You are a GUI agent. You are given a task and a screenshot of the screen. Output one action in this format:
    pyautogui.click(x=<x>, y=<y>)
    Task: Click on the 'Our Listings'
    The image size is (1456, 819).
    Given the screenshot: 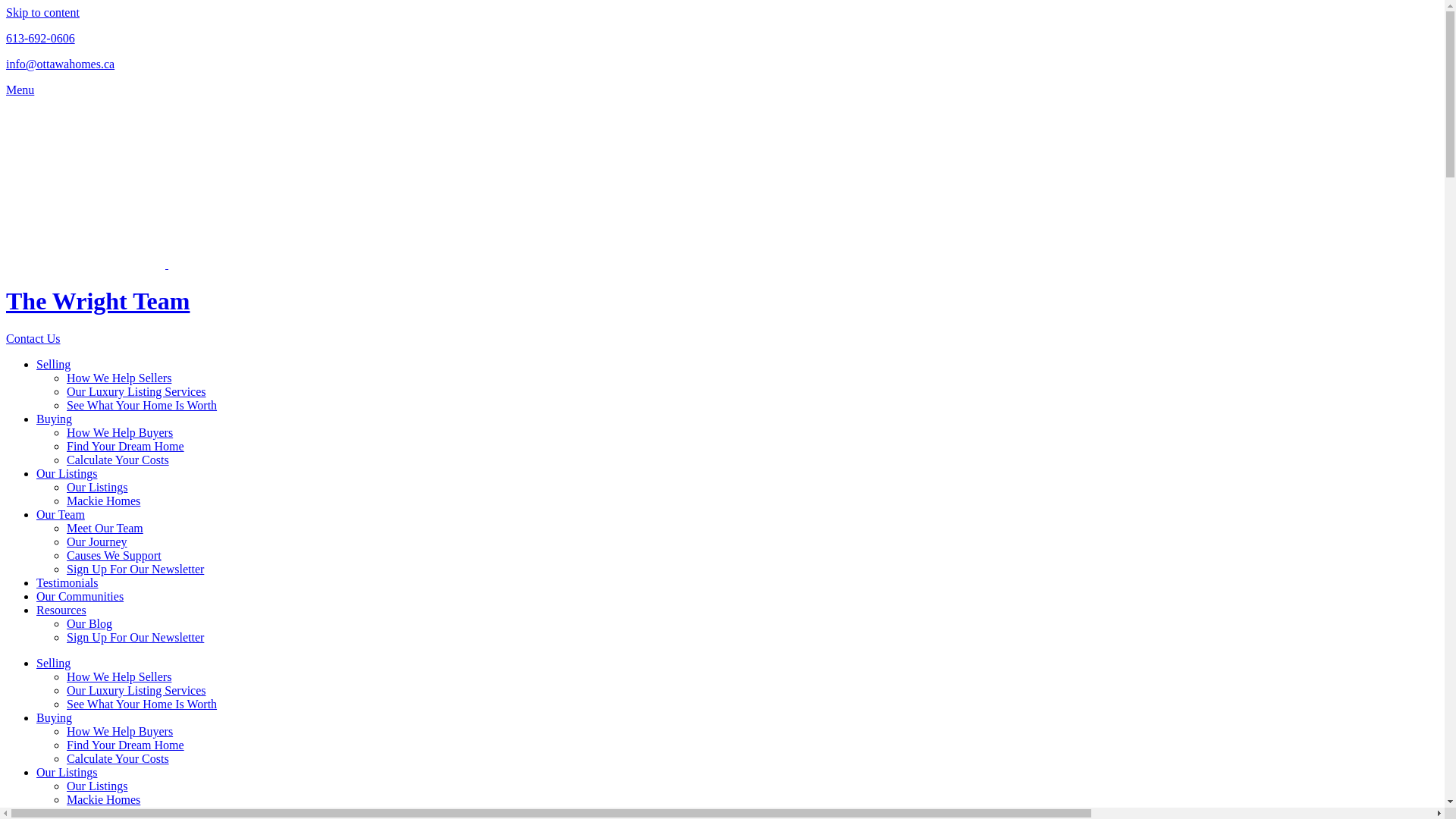 What is the action you would take?
    pyautogui.click(x=65, y=472)
    